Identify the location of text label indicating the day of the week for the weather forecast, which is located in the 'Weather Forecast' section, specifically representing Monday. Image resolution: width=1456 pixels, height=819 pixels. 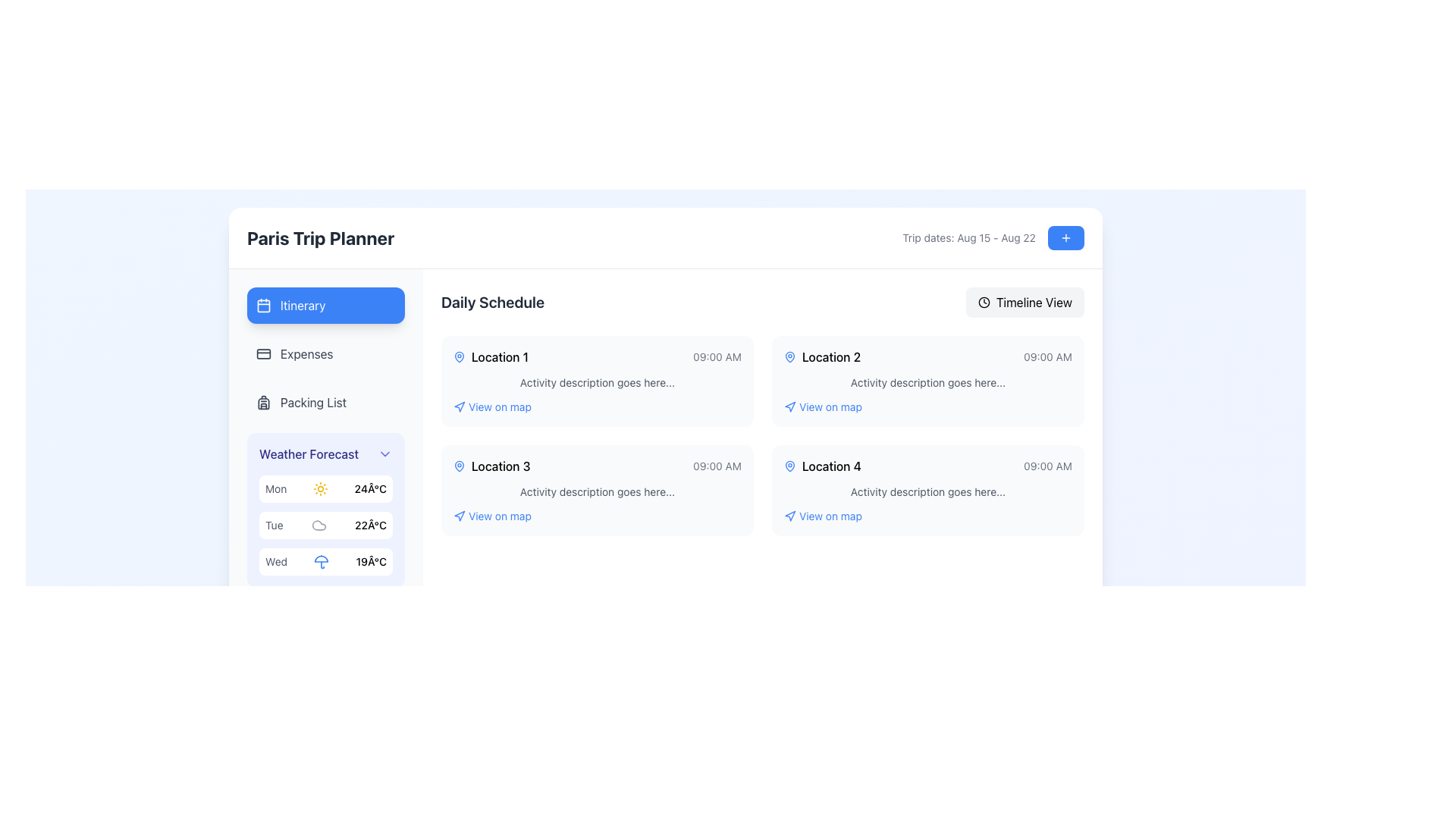
(276, 488).